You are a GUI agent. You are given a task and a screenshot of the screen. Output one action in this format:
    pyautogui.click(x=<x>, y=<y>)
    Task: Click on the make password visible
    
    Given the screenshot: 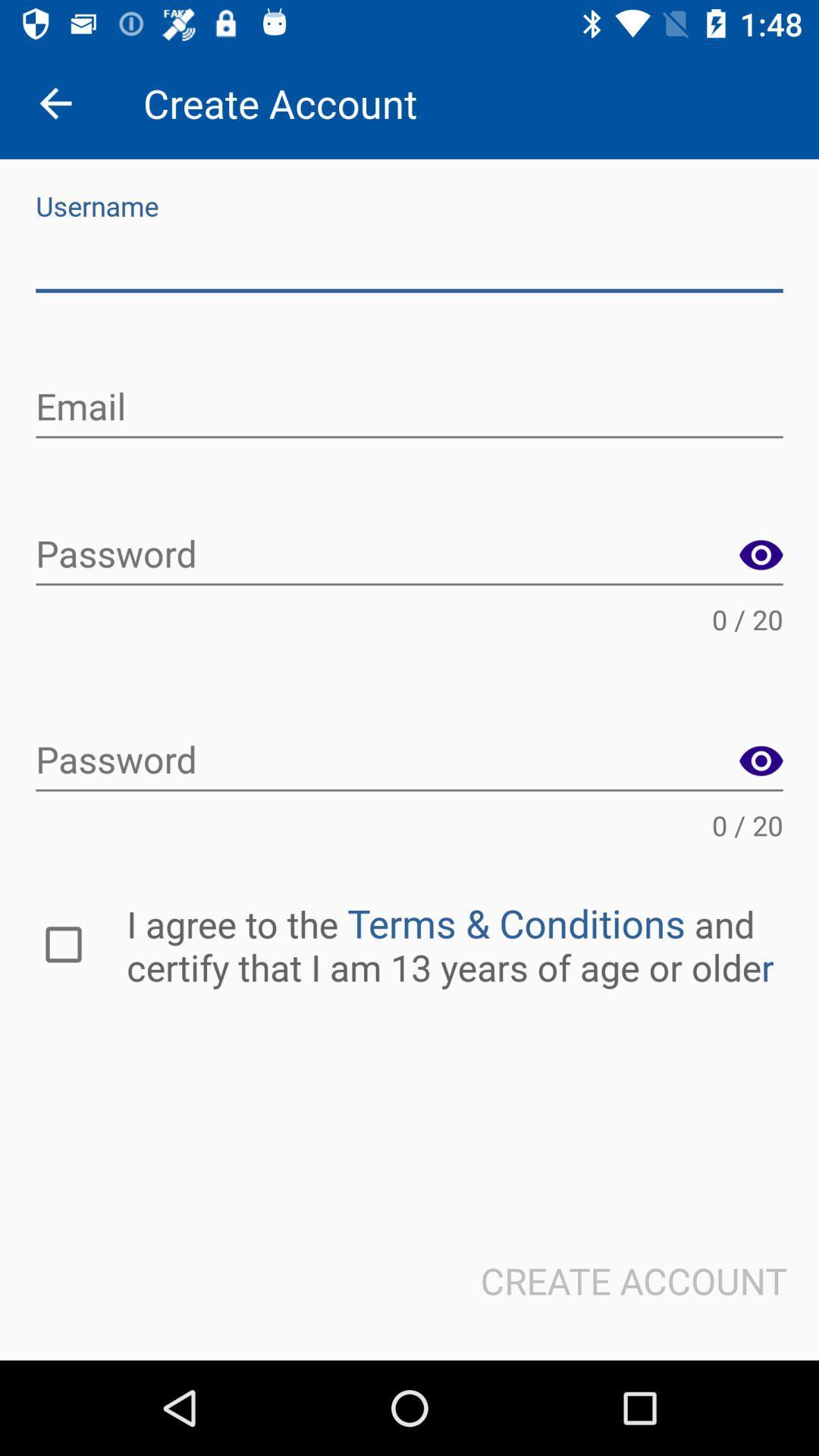 What is the action you would take?
    pyautogui.click(x=761, y=555)
    